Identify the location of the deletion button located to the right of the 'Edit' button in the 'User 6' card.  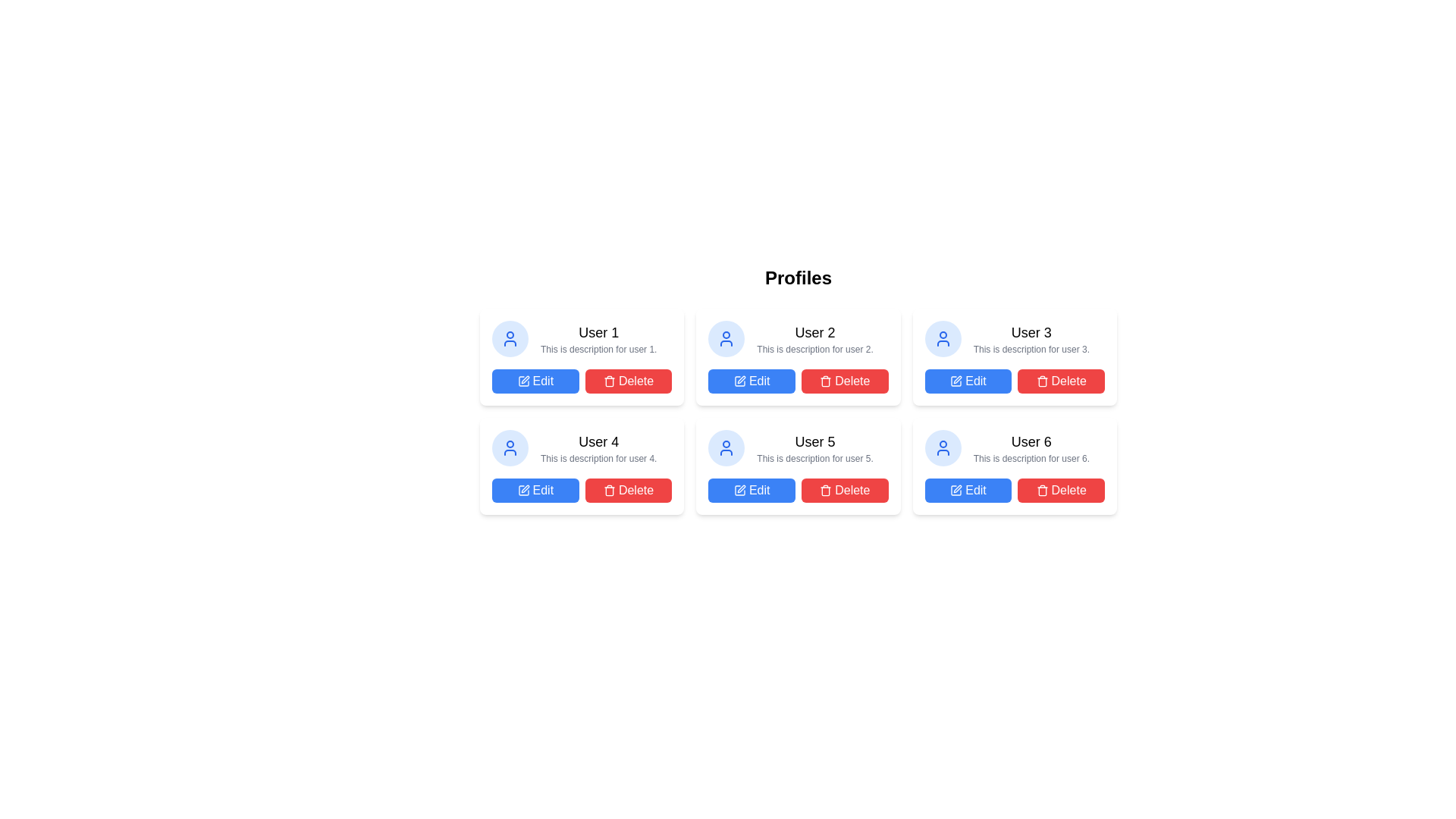
(1060, 491).